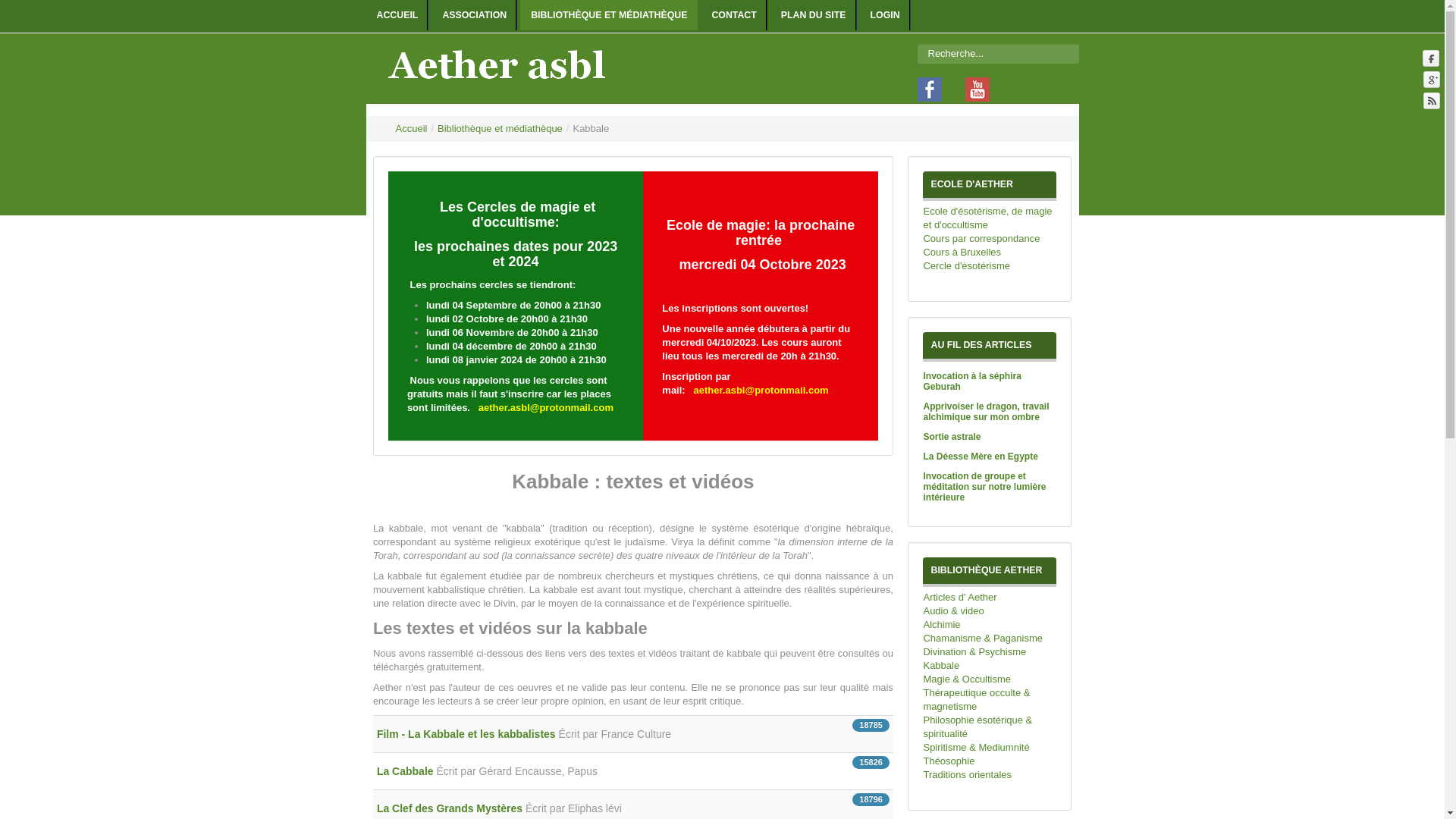 This screenshot has width=1456, height=819. I want to click on 'ASSOCIATION', so click(431, 14).